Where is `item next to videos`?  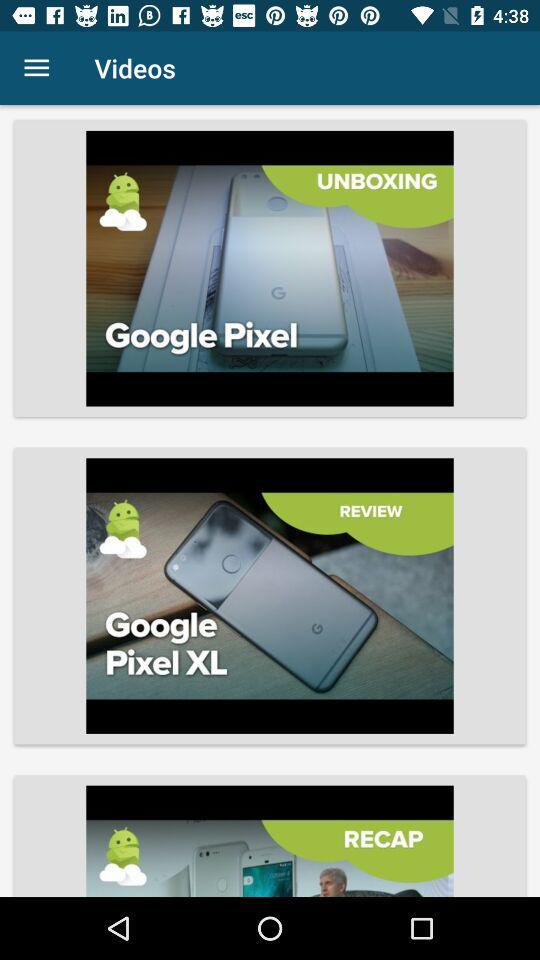 item next to videos is located at coordinates (36, 68).